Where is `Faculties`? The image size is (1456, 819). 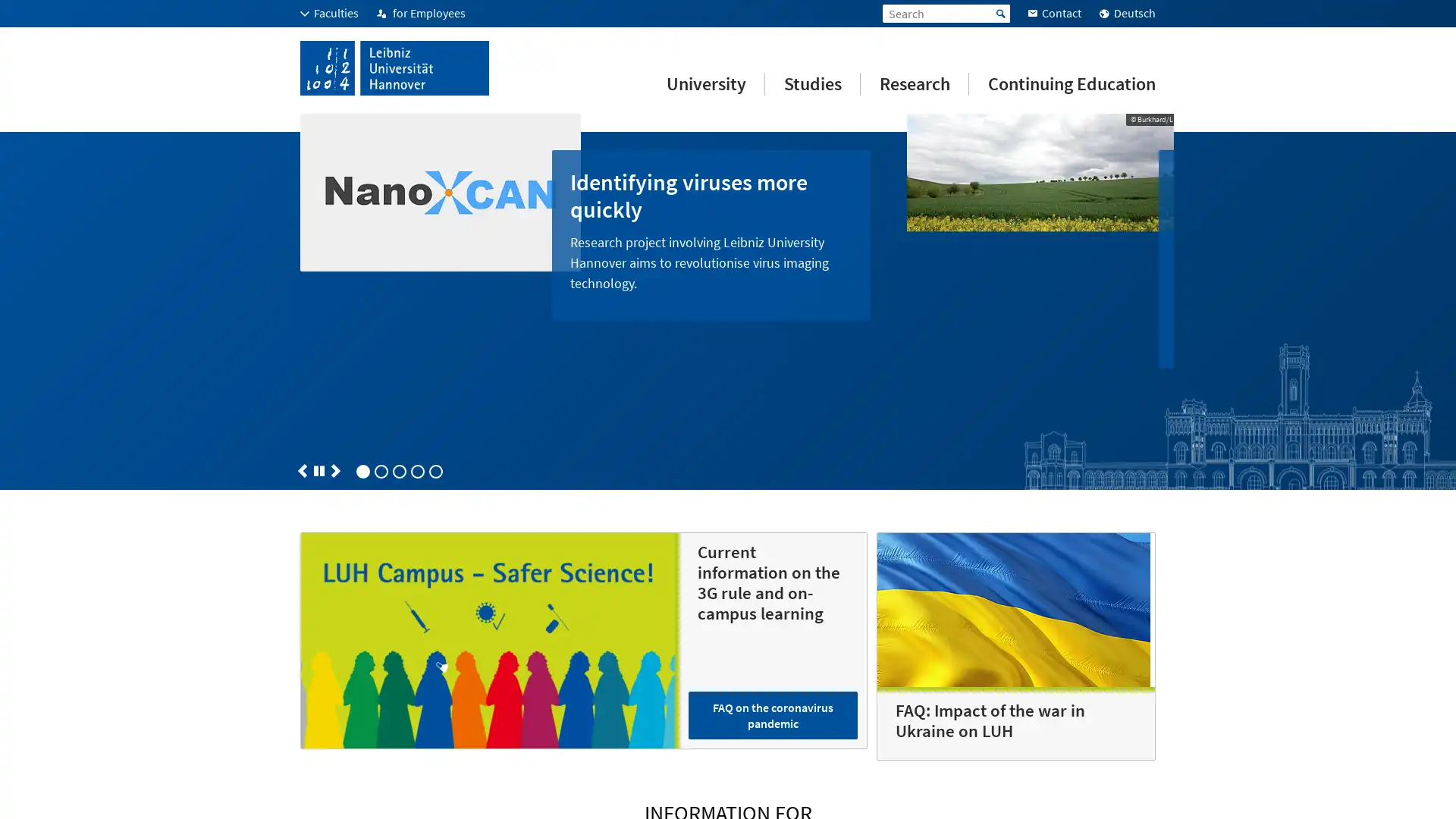 Faculties is located at coordinates (328, 14).